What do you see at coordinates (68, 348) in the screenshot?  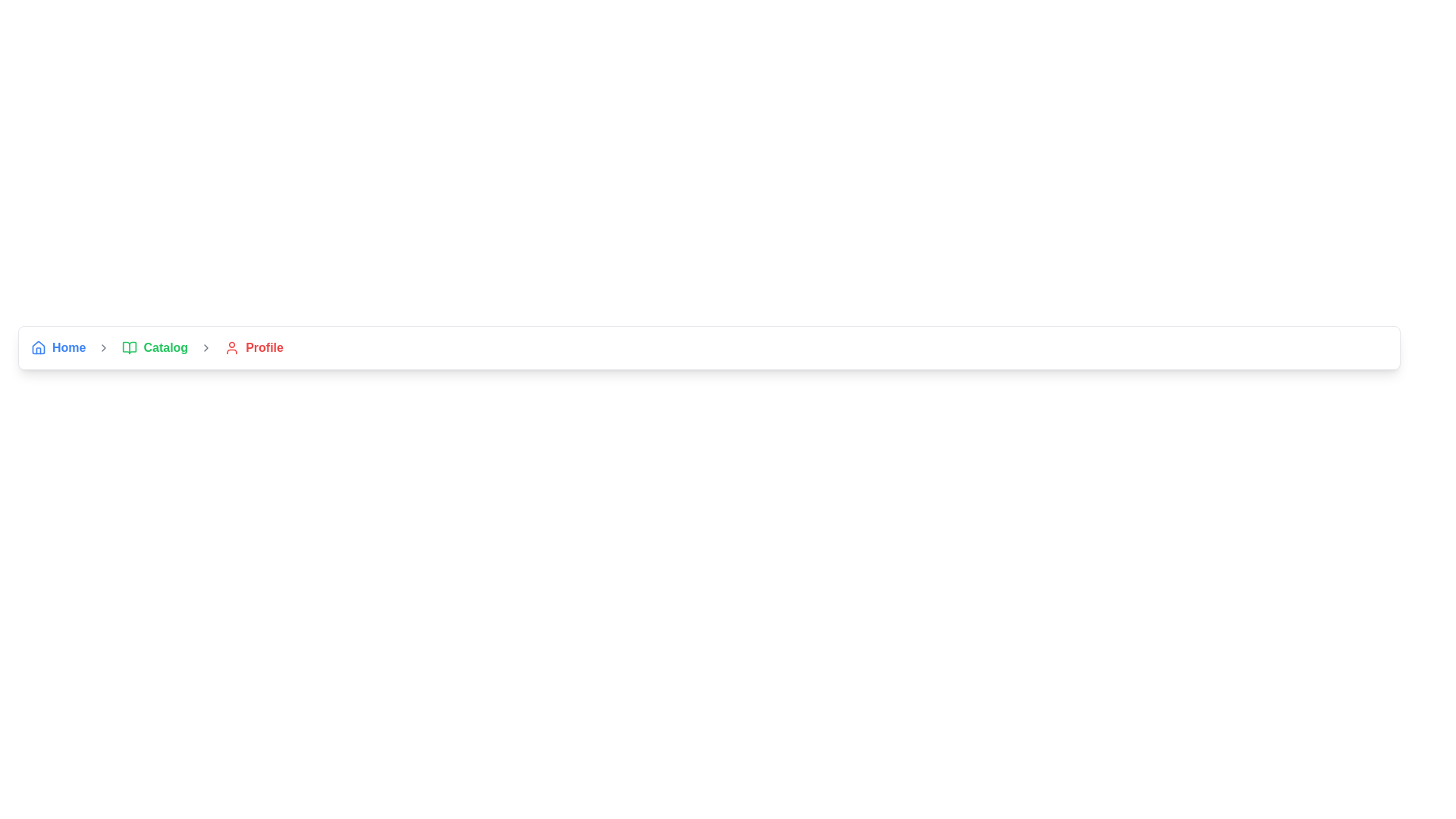 I see `the 'Home' clickable link immediately to the right of the blue house icon in the breadcrumb navigation to change its color` at bounding box center [68, 348].